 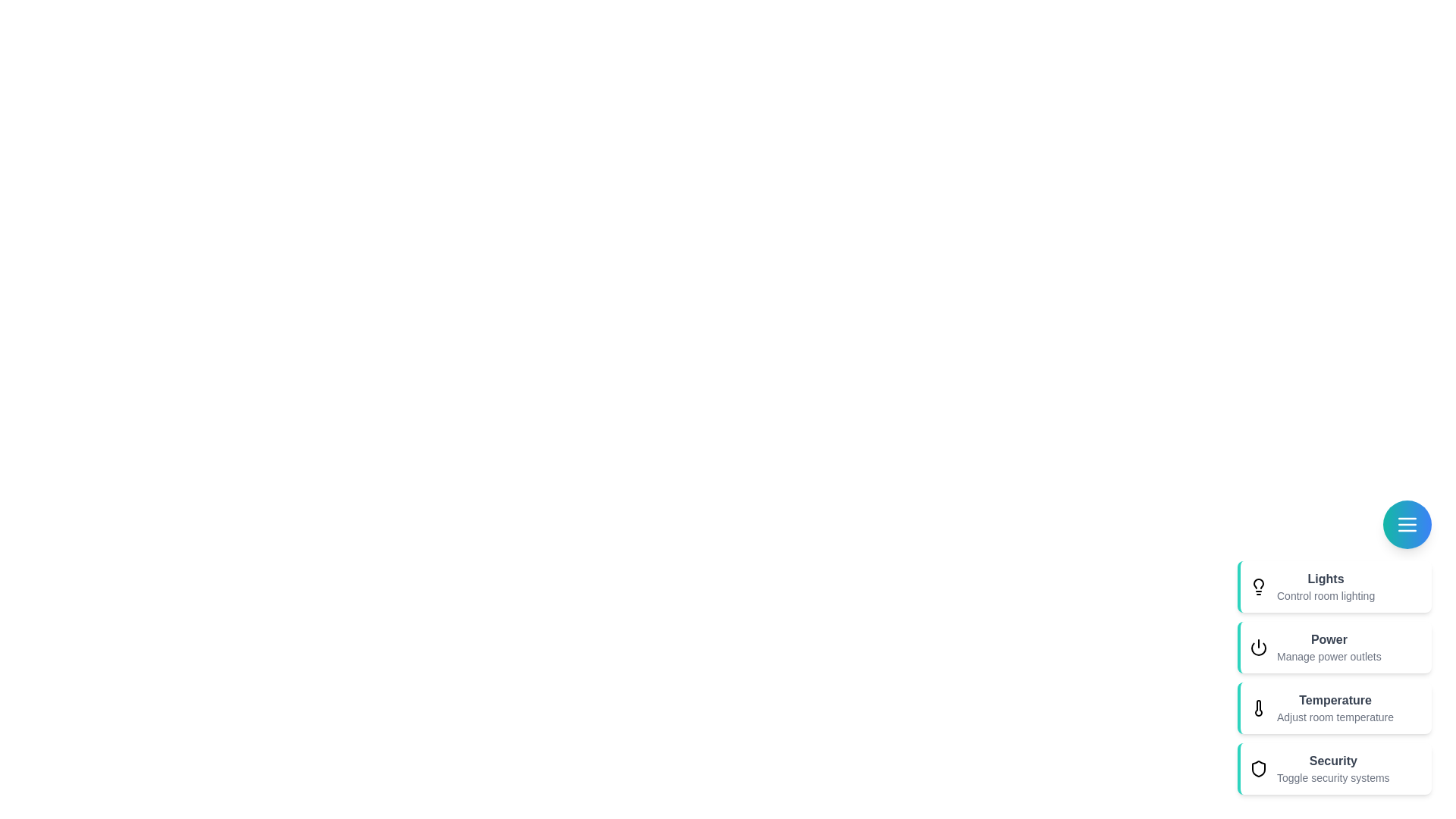 I want to click on the action item Lights to see its hover effect, so click(x=1324, y=586).